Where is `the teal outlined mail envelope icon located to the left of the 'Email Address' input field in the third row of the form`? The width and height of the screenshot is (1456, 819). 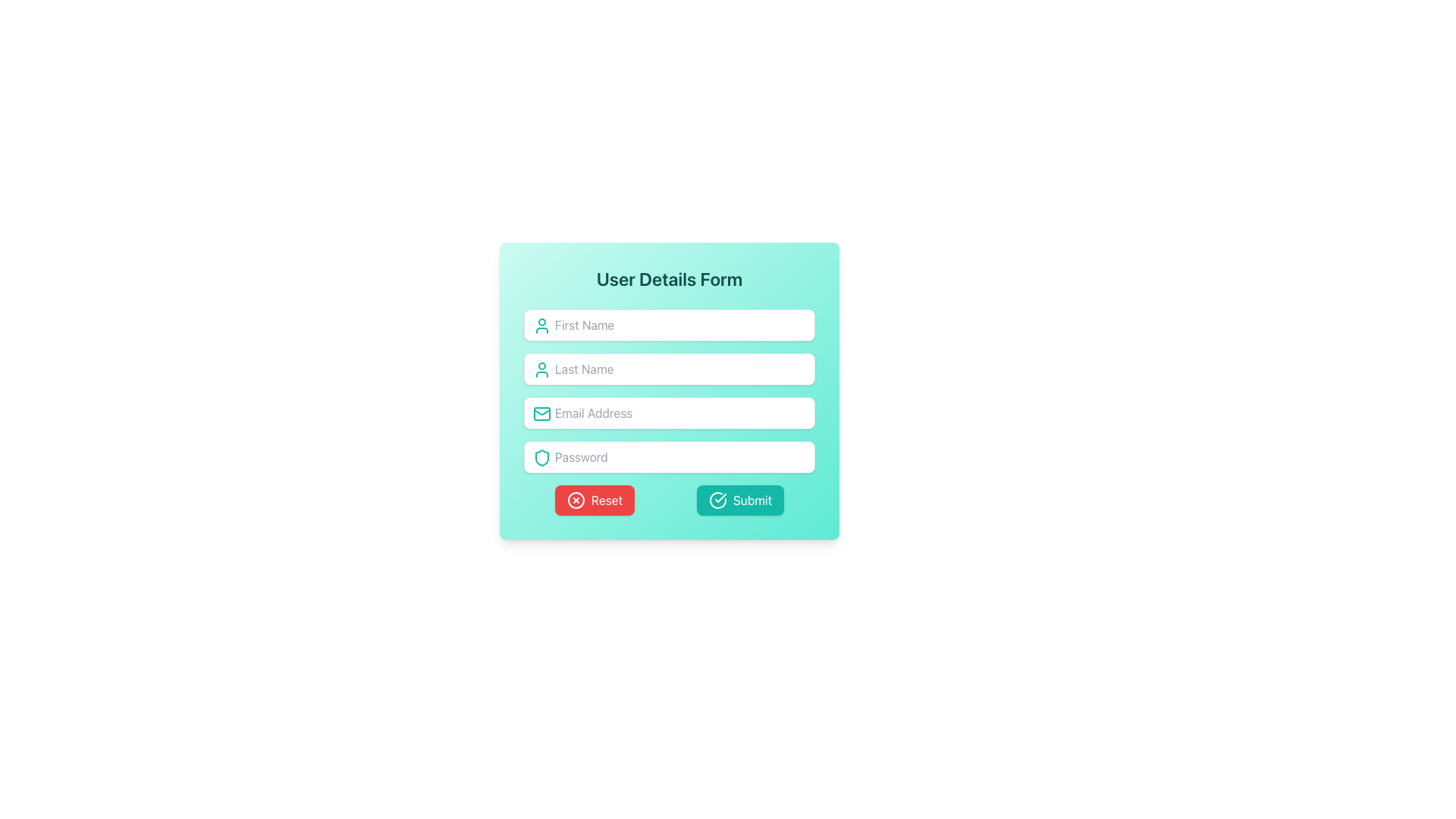
the teal outlined mail envelope icon located to the left of the 'Email Address' input field in the third row of the form is located at coordinates (542, 414).